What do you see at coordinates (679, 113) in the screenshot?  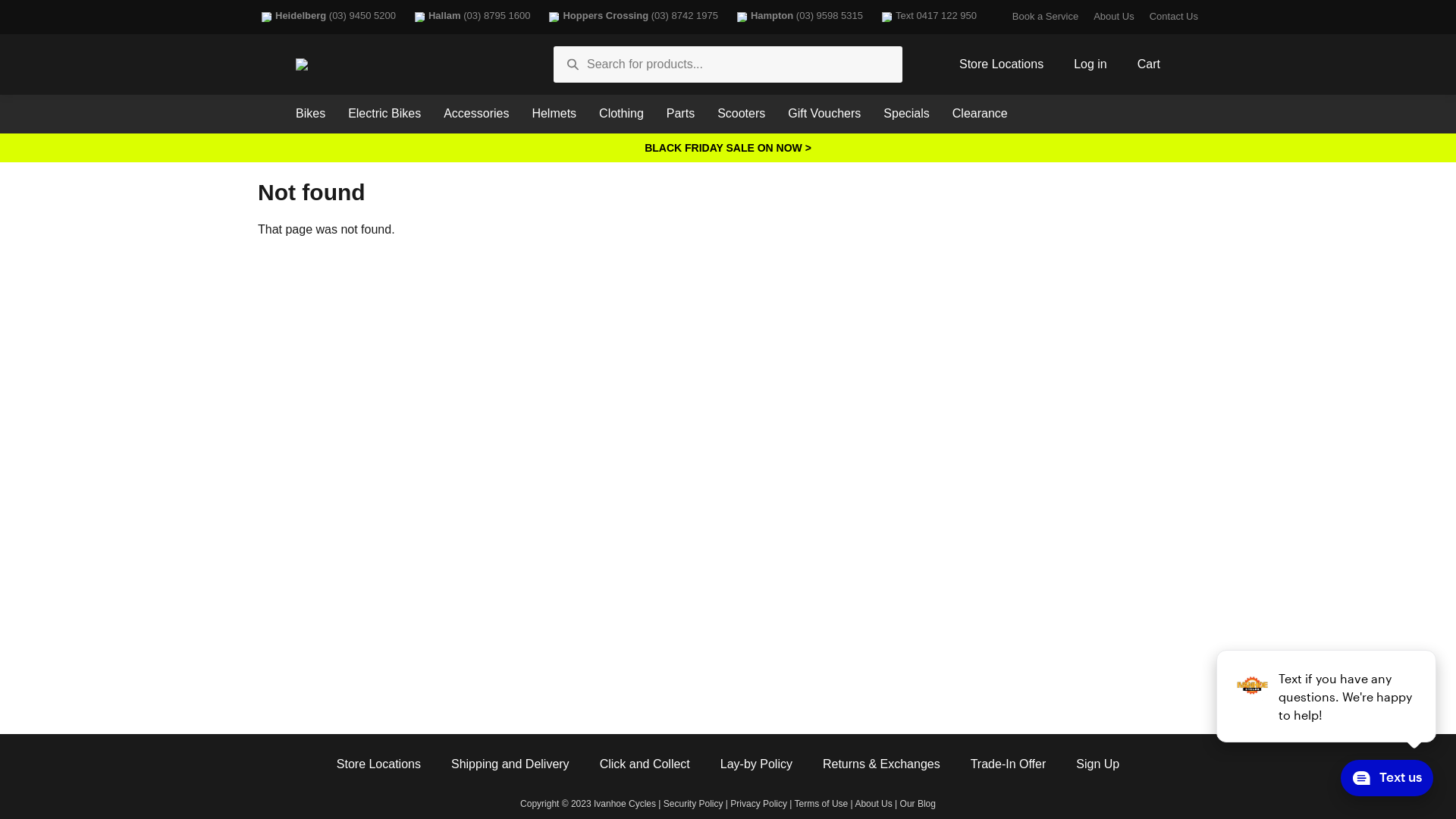 I see `'Parts'` at bounding box center [679, 113].